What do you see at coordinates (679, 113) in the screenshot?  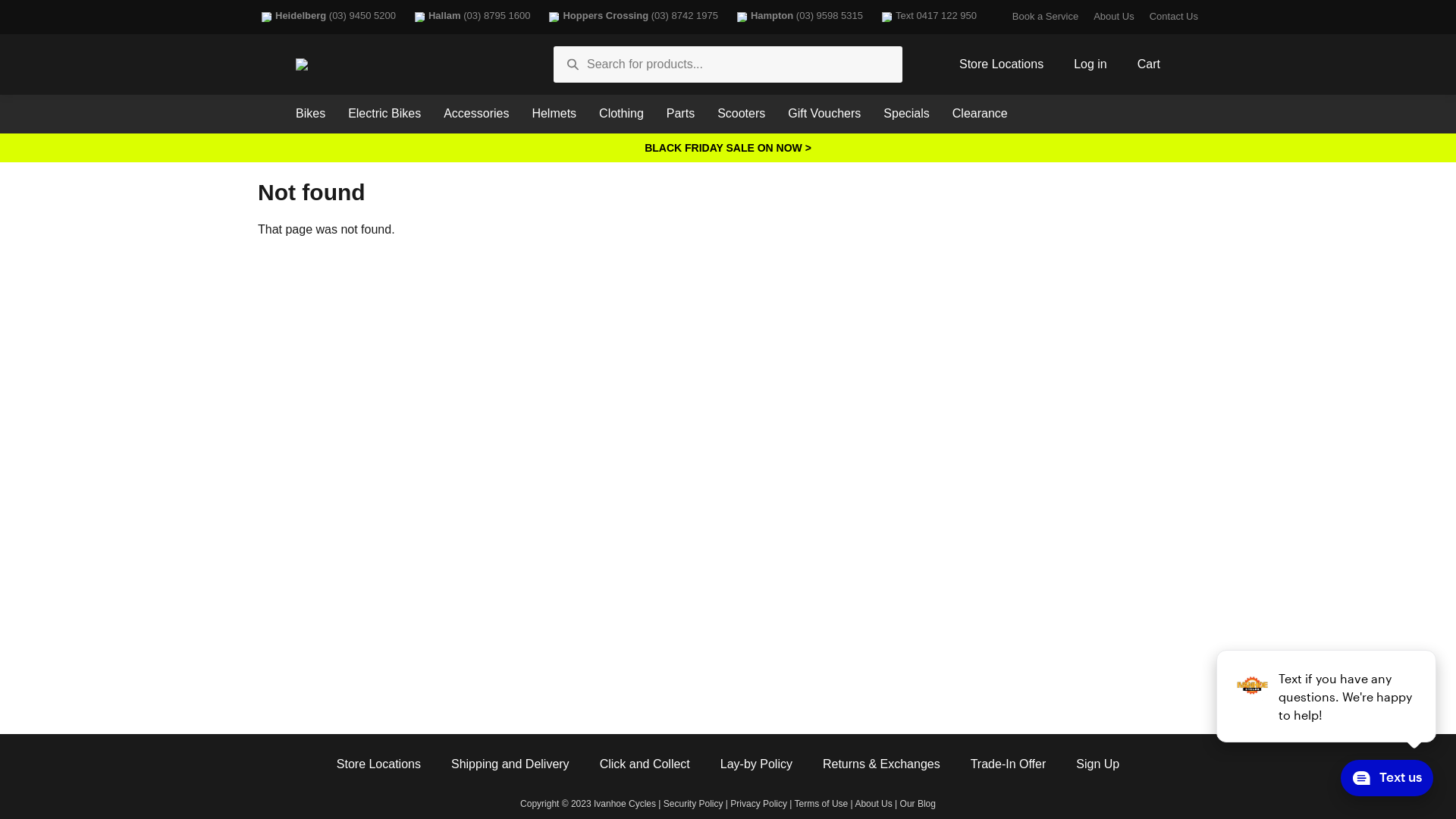 I see `'Parts'` at bounding box center [679, 113].